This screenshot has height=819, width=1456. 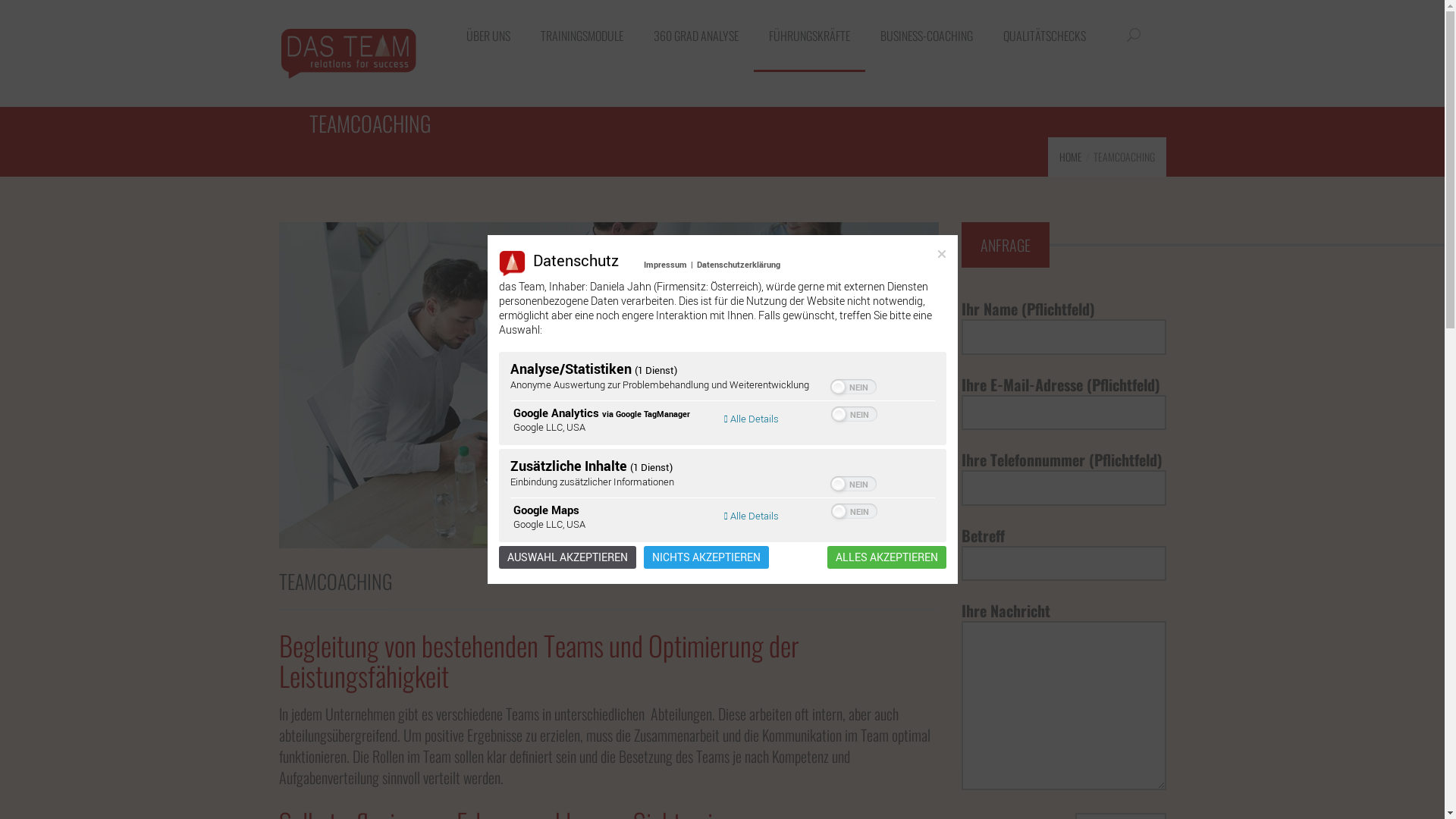 What do you see at coordinates (924, 35) in the screenshot?
I see `'BUSINESS-COACHING'` at bounding box center [924, 35].